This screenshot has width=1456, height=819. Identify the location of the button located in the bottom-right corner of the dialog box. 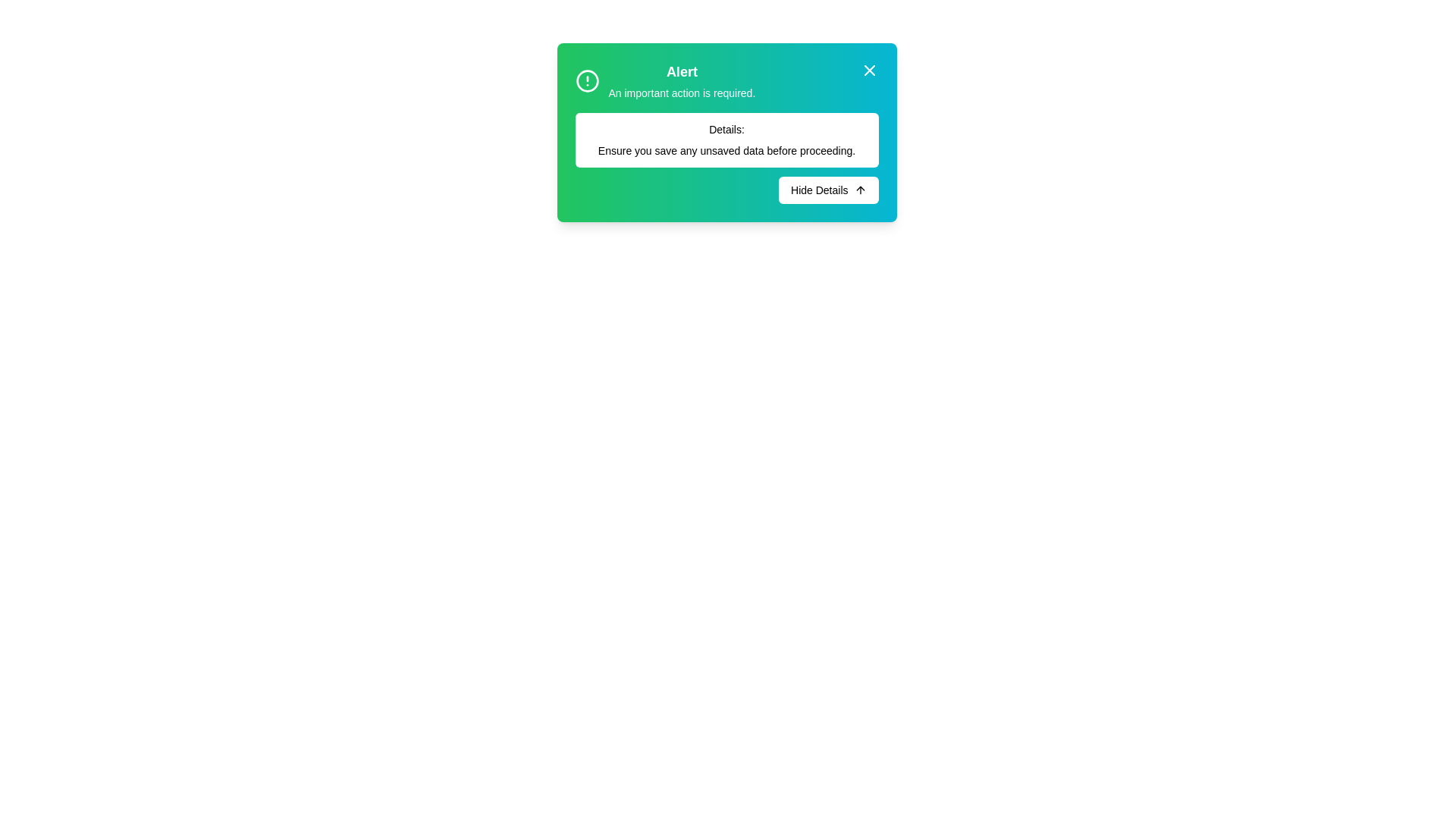
(827, 189).